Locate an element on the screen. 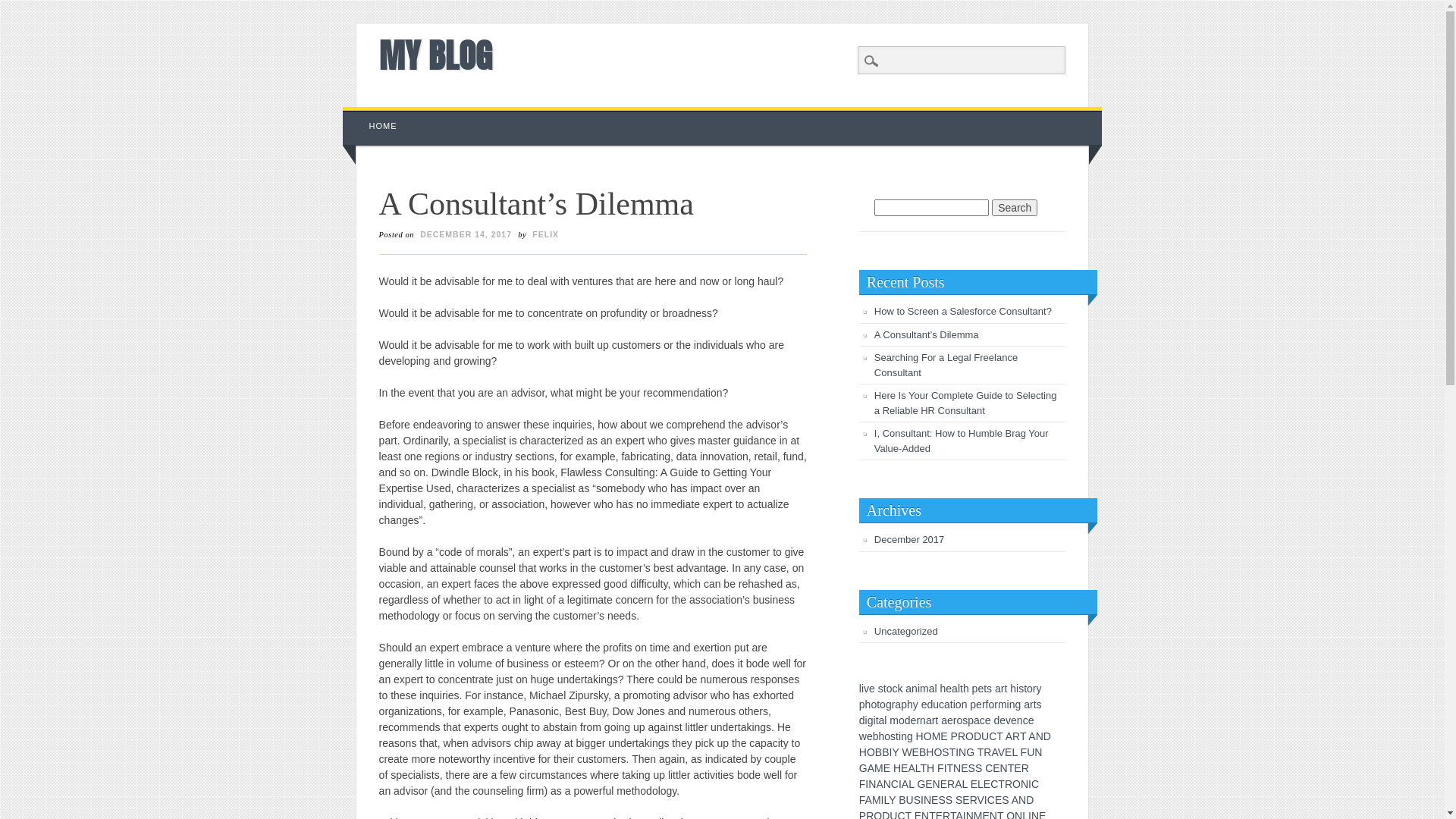 Image resolution: width=1456 pixels, height=819 pixels. 'H' is located at coordinates (924, 752).